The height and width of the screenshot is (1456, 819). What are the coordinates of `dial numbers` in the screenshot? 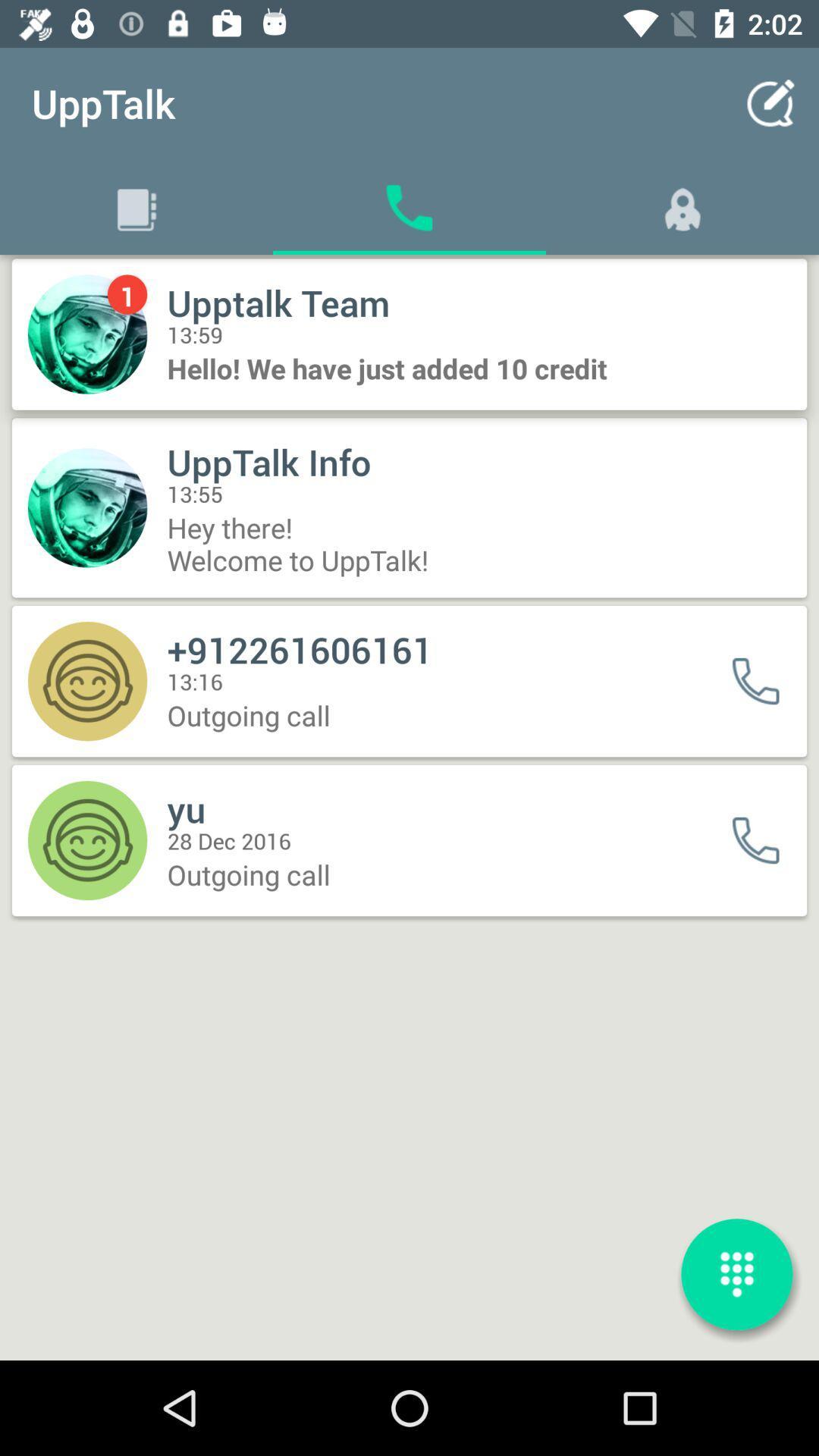 It's located at (736, 1274).